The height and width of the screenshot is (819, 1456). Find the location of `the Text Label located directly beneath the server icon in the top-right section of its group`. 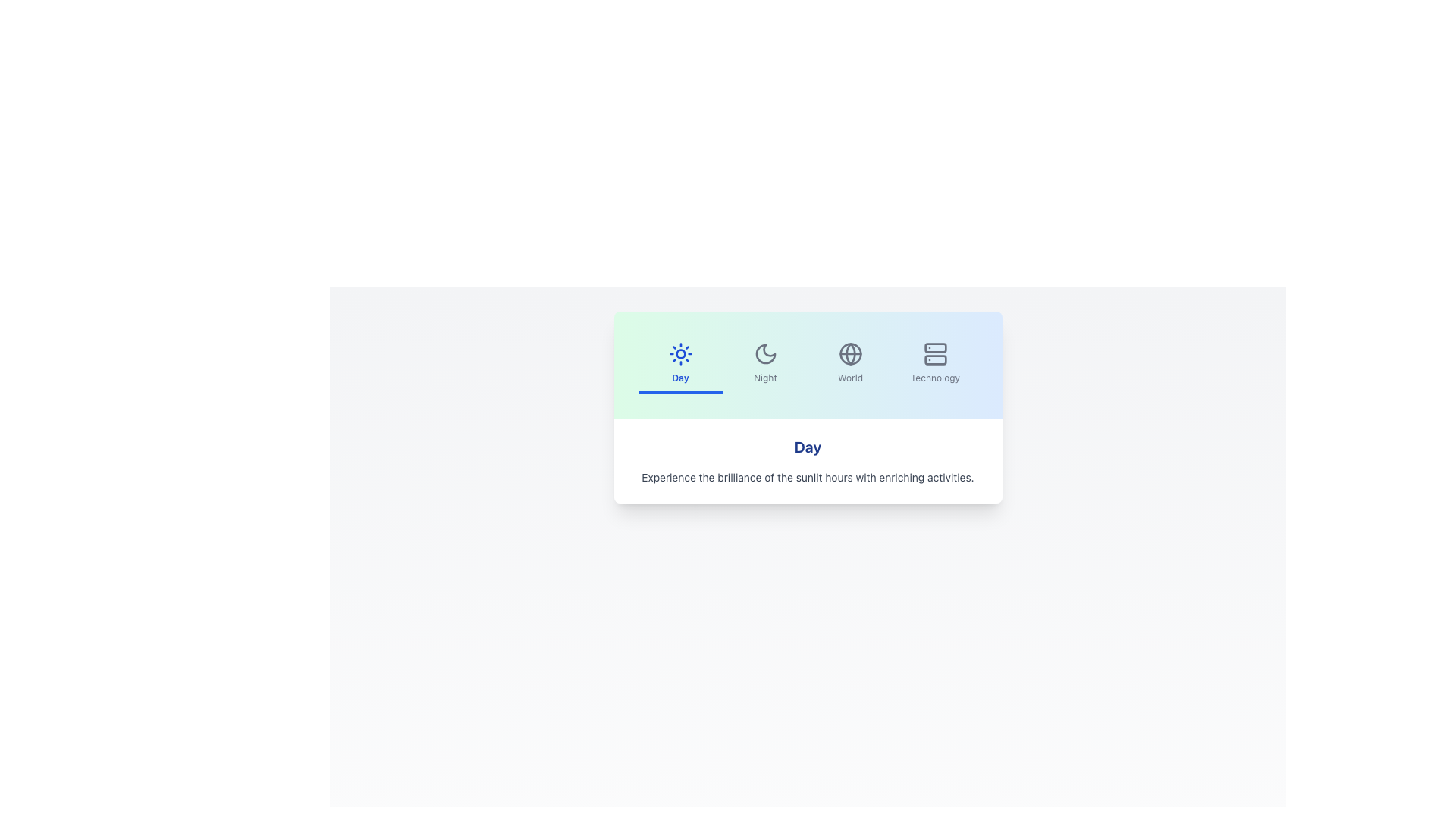

the Text Label located directly beneath the server icon in the top-right section of its group is located at coordinates (934, 377).